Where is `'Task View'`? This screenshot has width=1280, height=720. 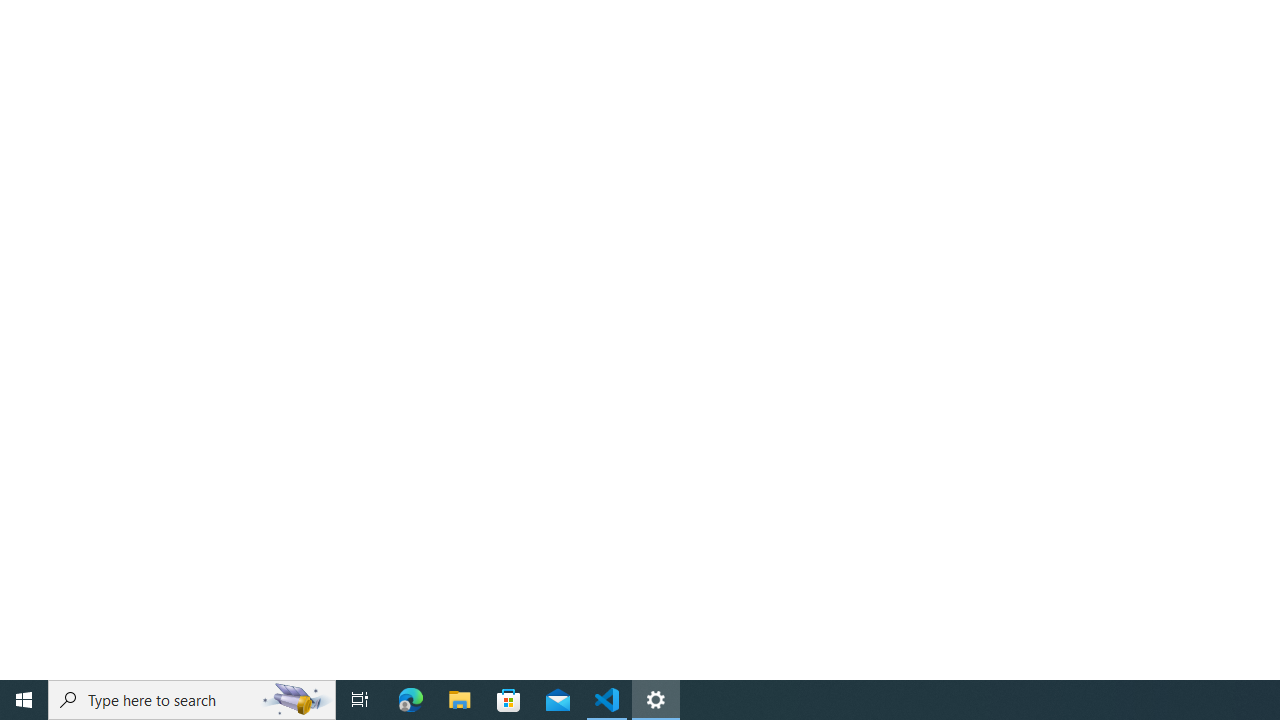
'Task View' is located at coordinates (359, 698).